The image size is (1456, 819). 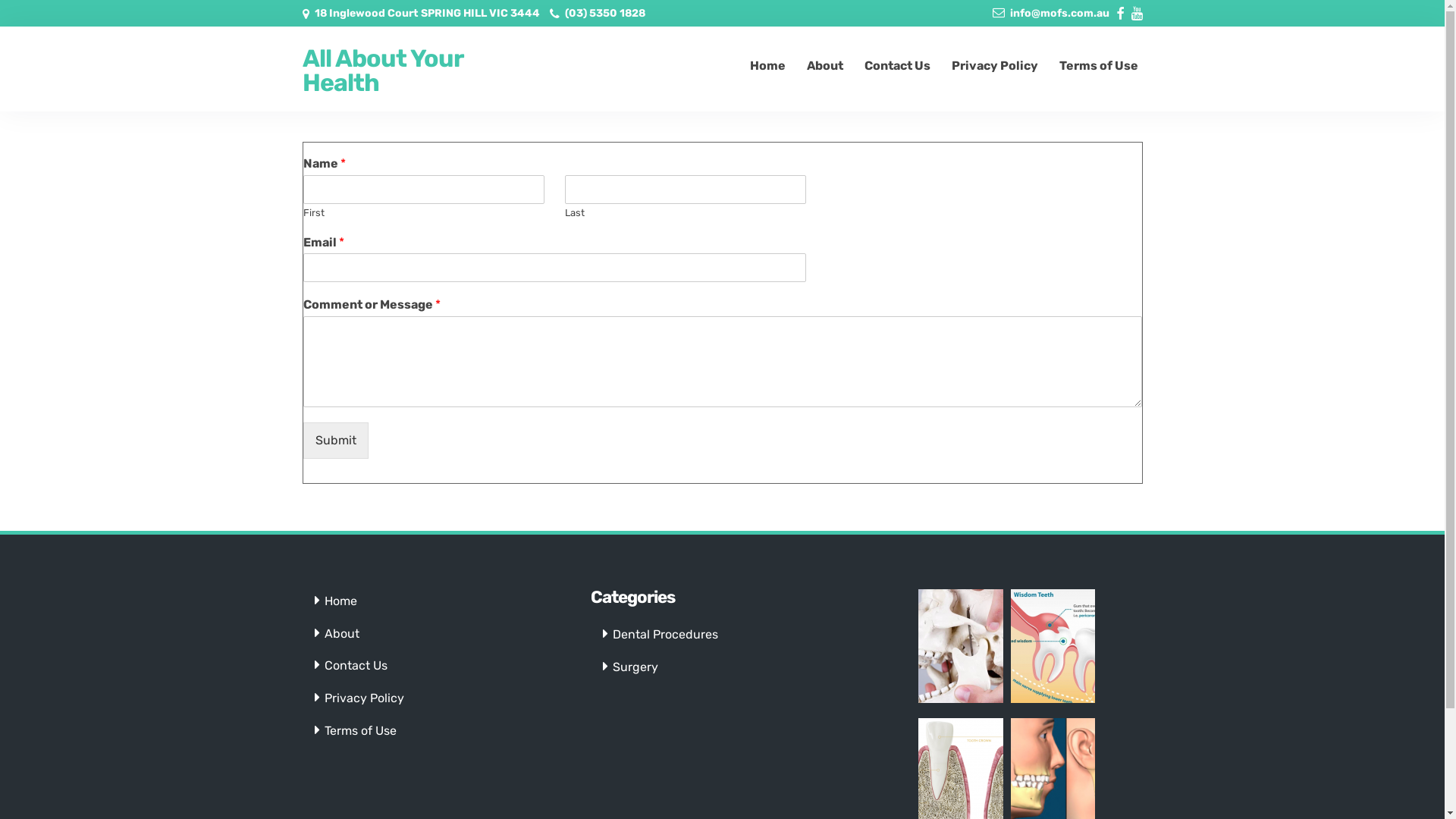 I want to click on 'About', so click(x=341, y=633).